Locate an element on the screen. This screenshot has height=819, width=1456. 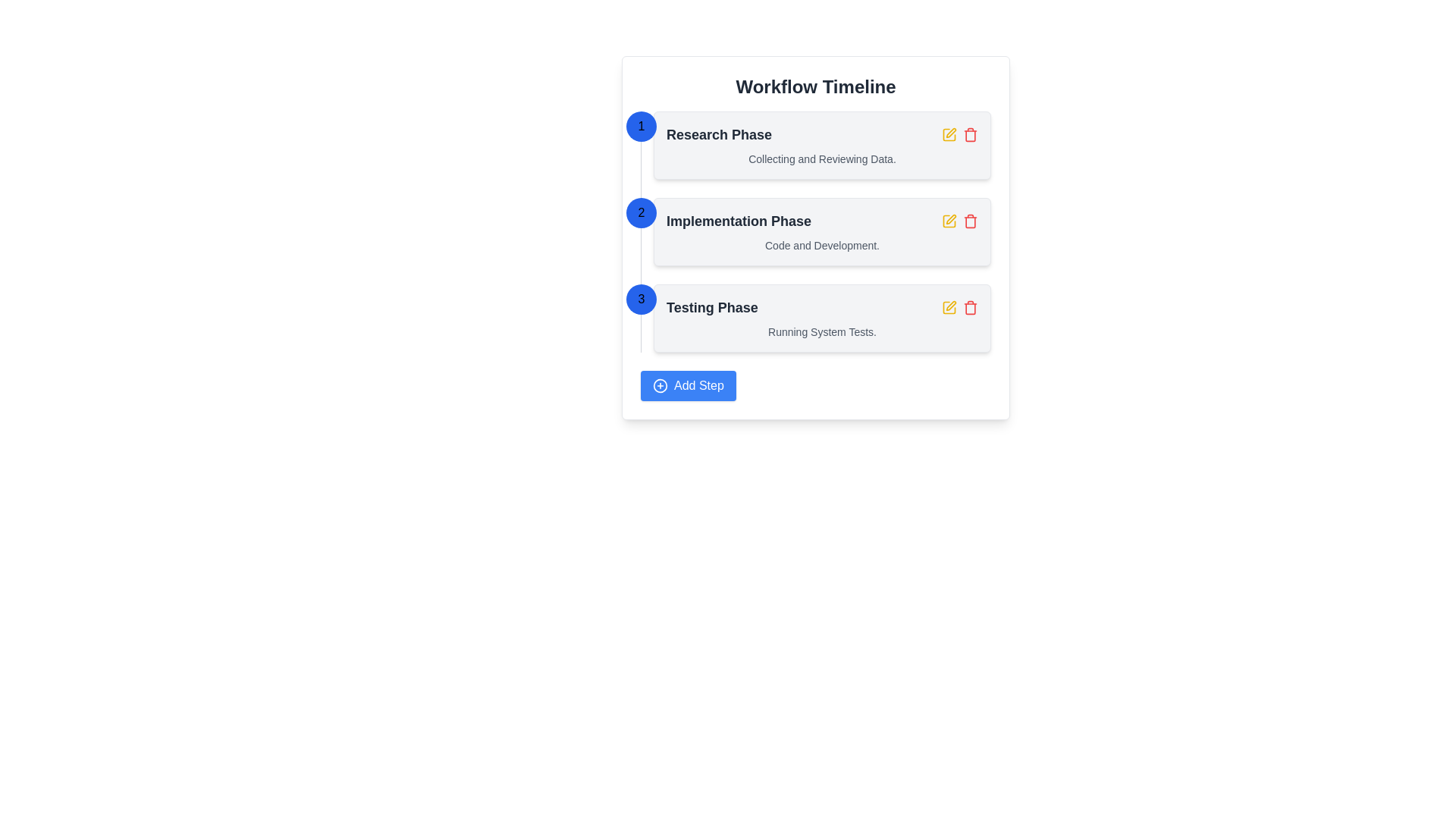
heading element labeled 'Workflow Timeline', which is bold and dark gray, located at the top of the content block is located at coordinates (814, 87).